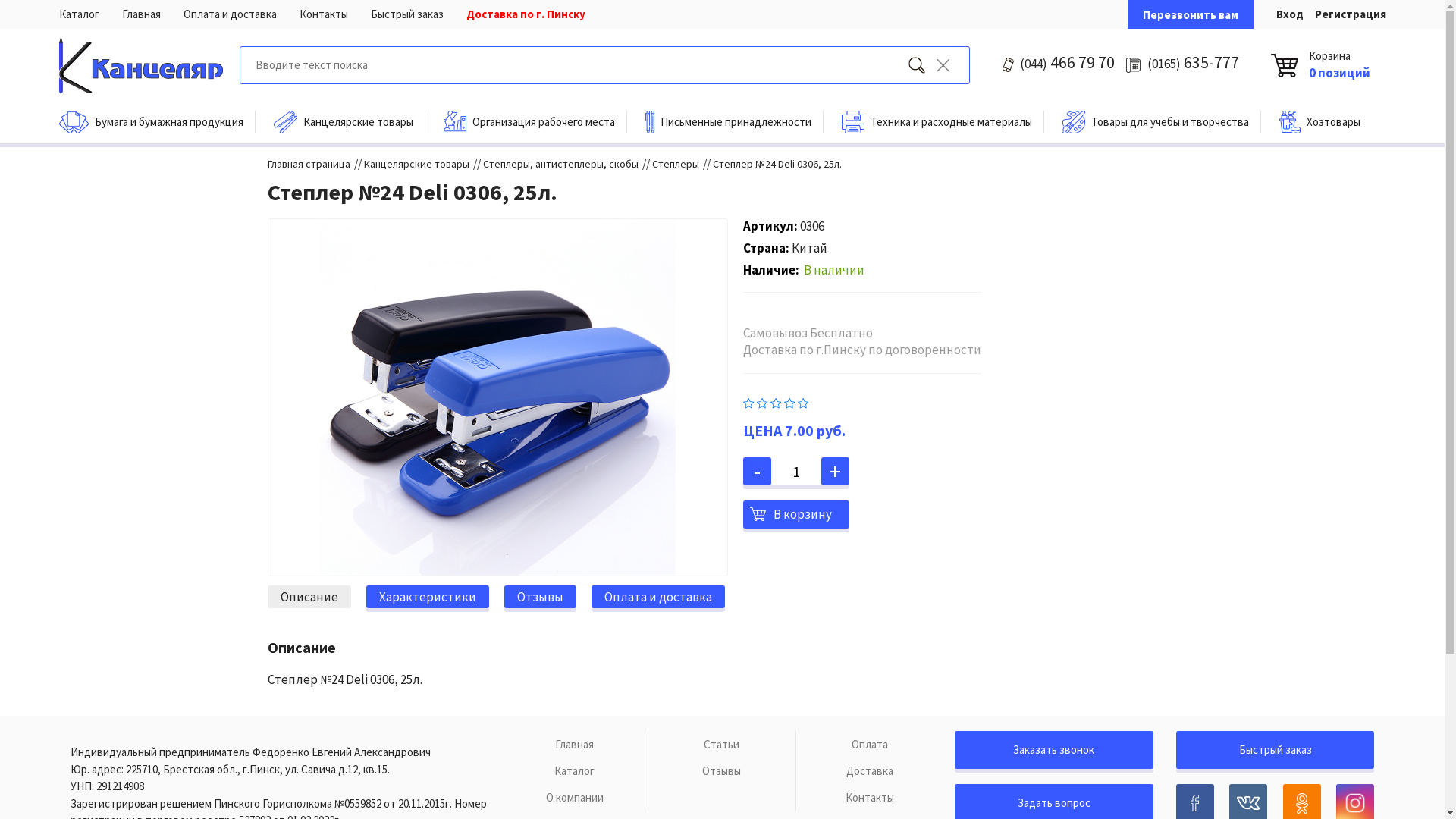 The width and height of the screenshot is (1456, 819). What do you see at coordinates (789, 400) in the screenshot?
I see `'4'` at bounding box center [789, 400].